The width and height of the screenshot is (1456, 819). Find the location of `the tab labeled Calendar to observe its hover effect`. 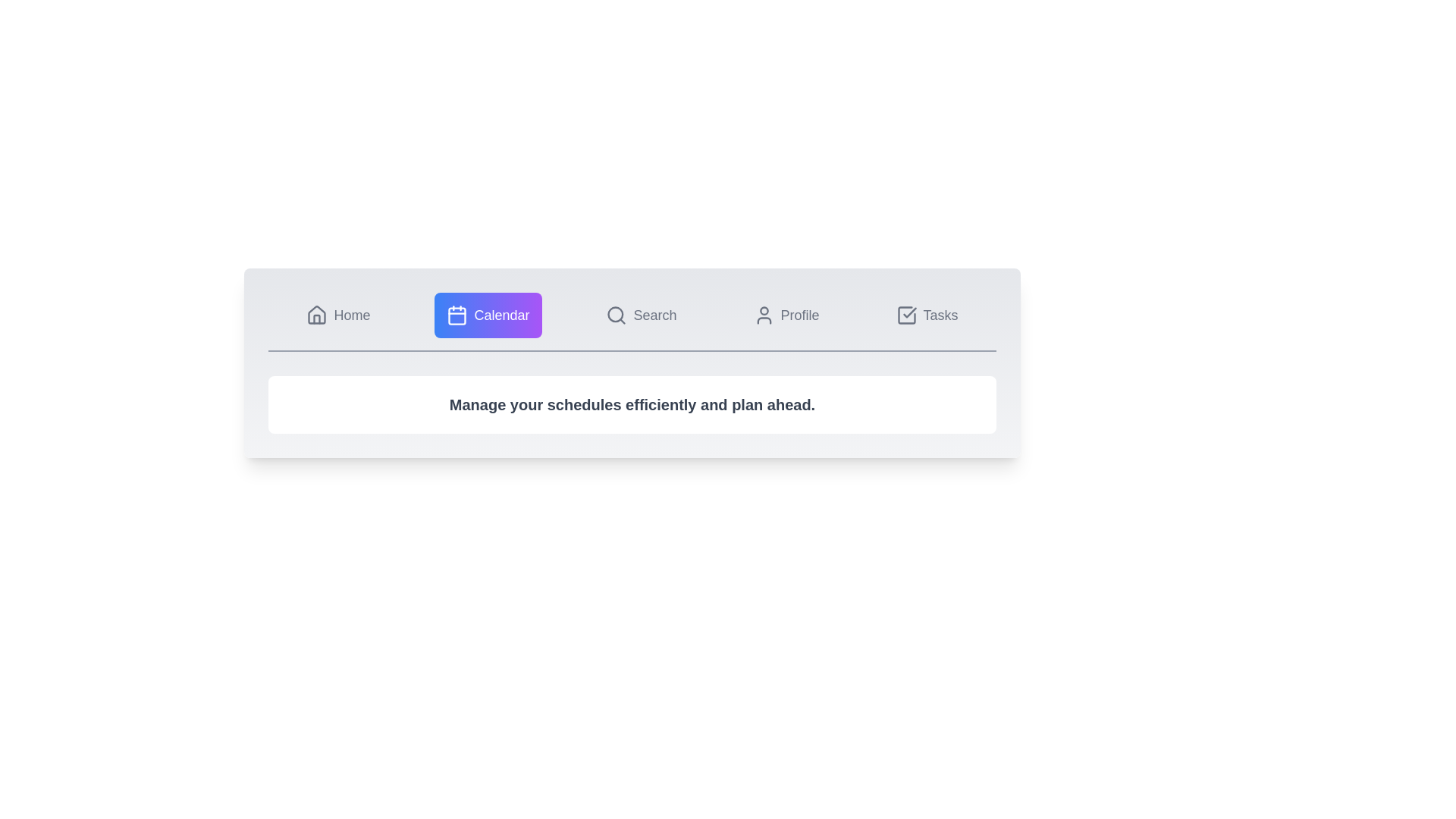

the tab labeled Calendar to observe its hover effect is located at coordinates (488, 315).